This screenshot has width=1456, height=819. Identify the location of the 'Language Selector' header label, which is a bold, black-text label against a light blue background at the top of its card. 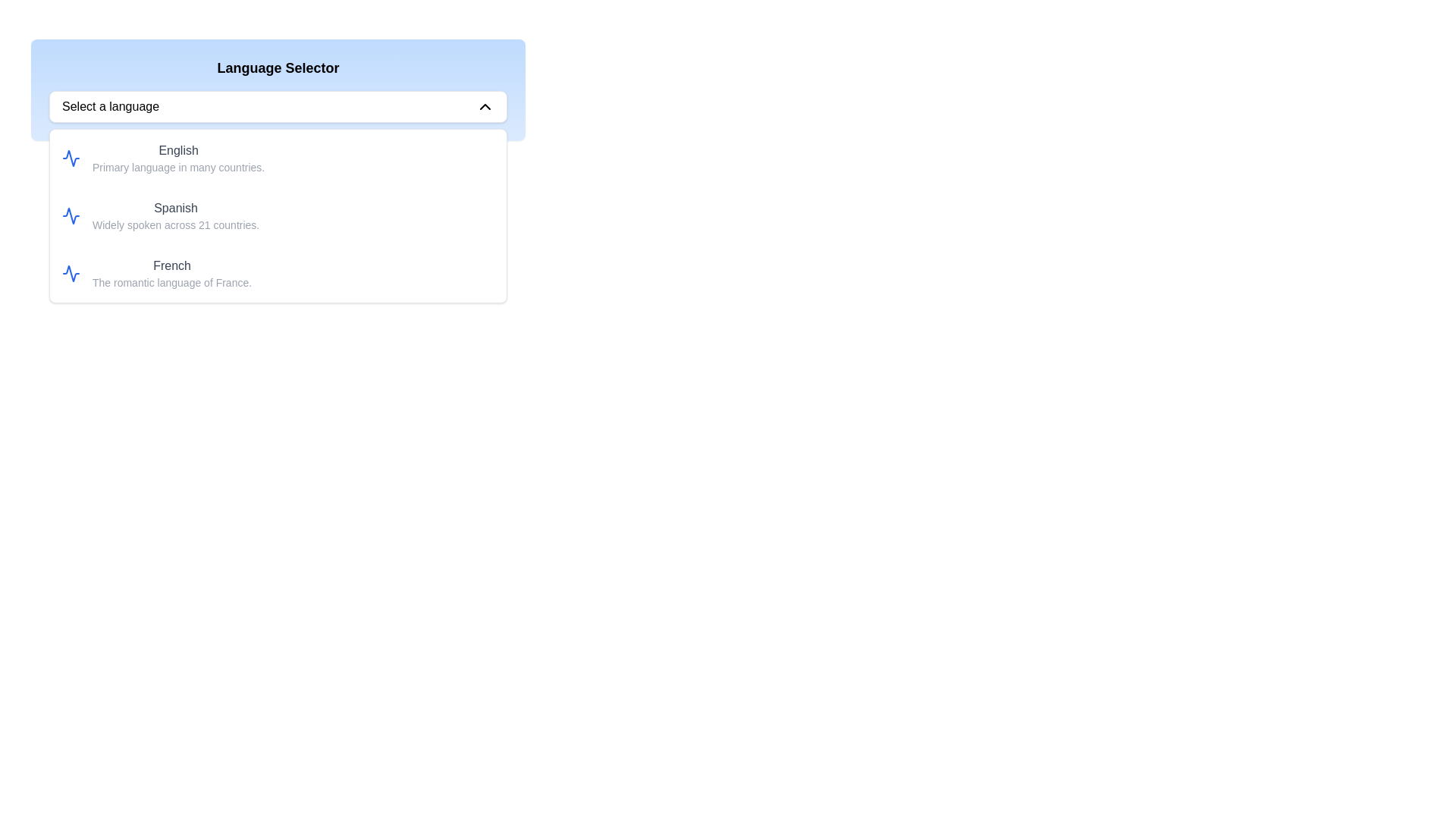
(278, 67).